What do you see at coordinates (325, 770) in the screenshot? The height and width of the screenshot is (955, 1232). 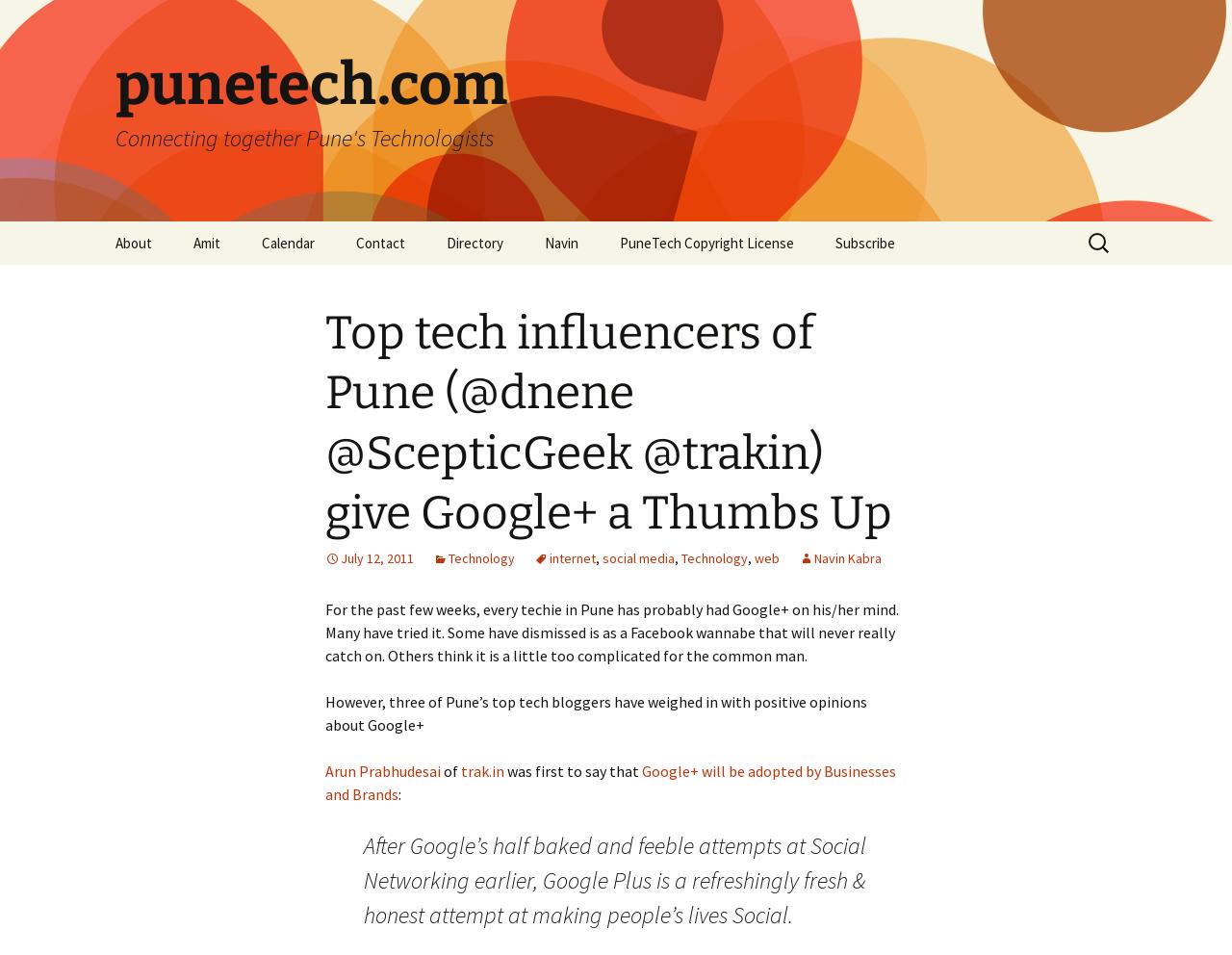 I see `'Arun Prabhudesai'` at bounding box center [325, 770].